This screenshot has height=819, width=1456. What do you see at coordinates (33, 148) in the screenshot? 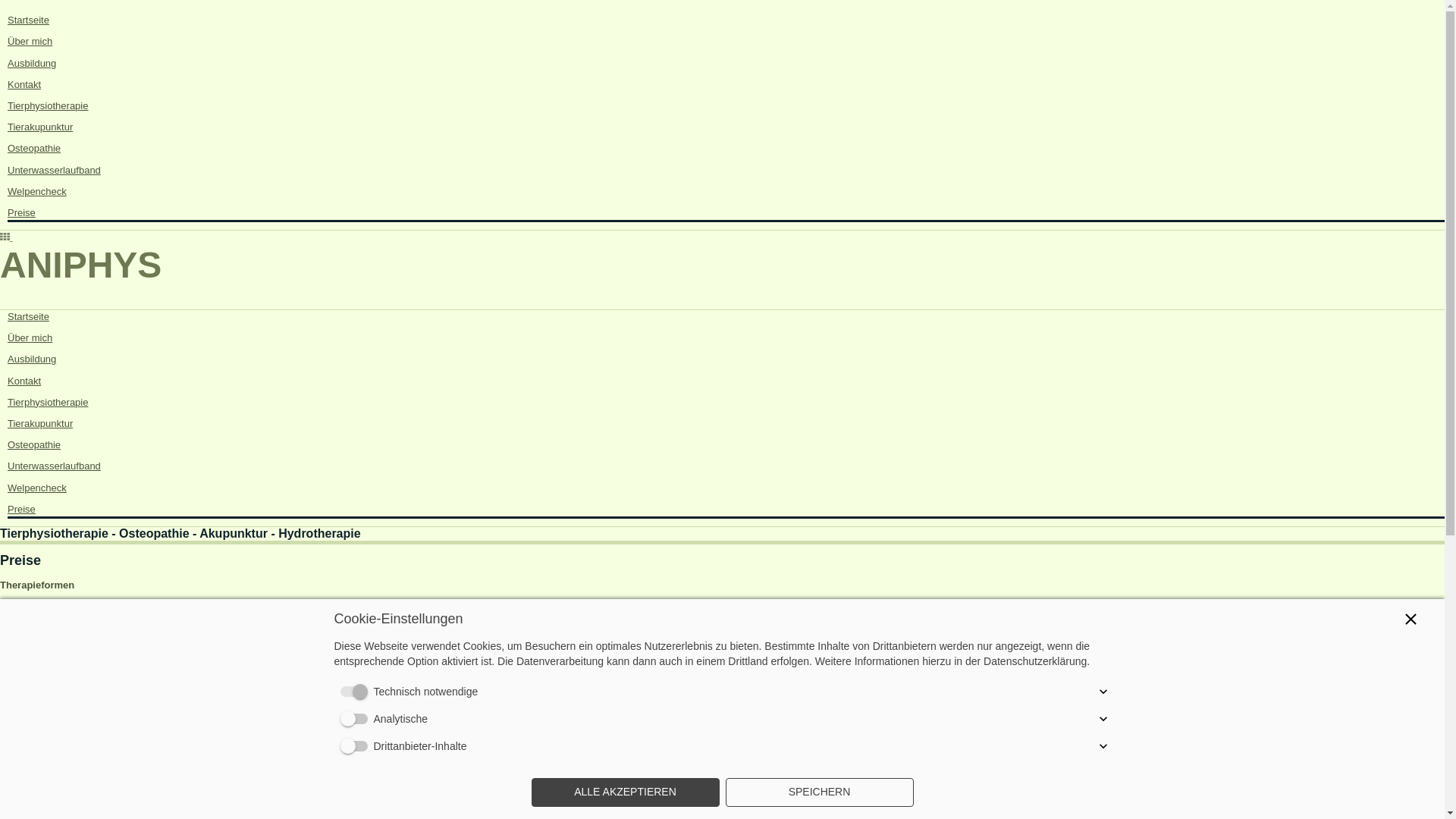
I see `'Osteopathie'` at bounding box center [33, 148].